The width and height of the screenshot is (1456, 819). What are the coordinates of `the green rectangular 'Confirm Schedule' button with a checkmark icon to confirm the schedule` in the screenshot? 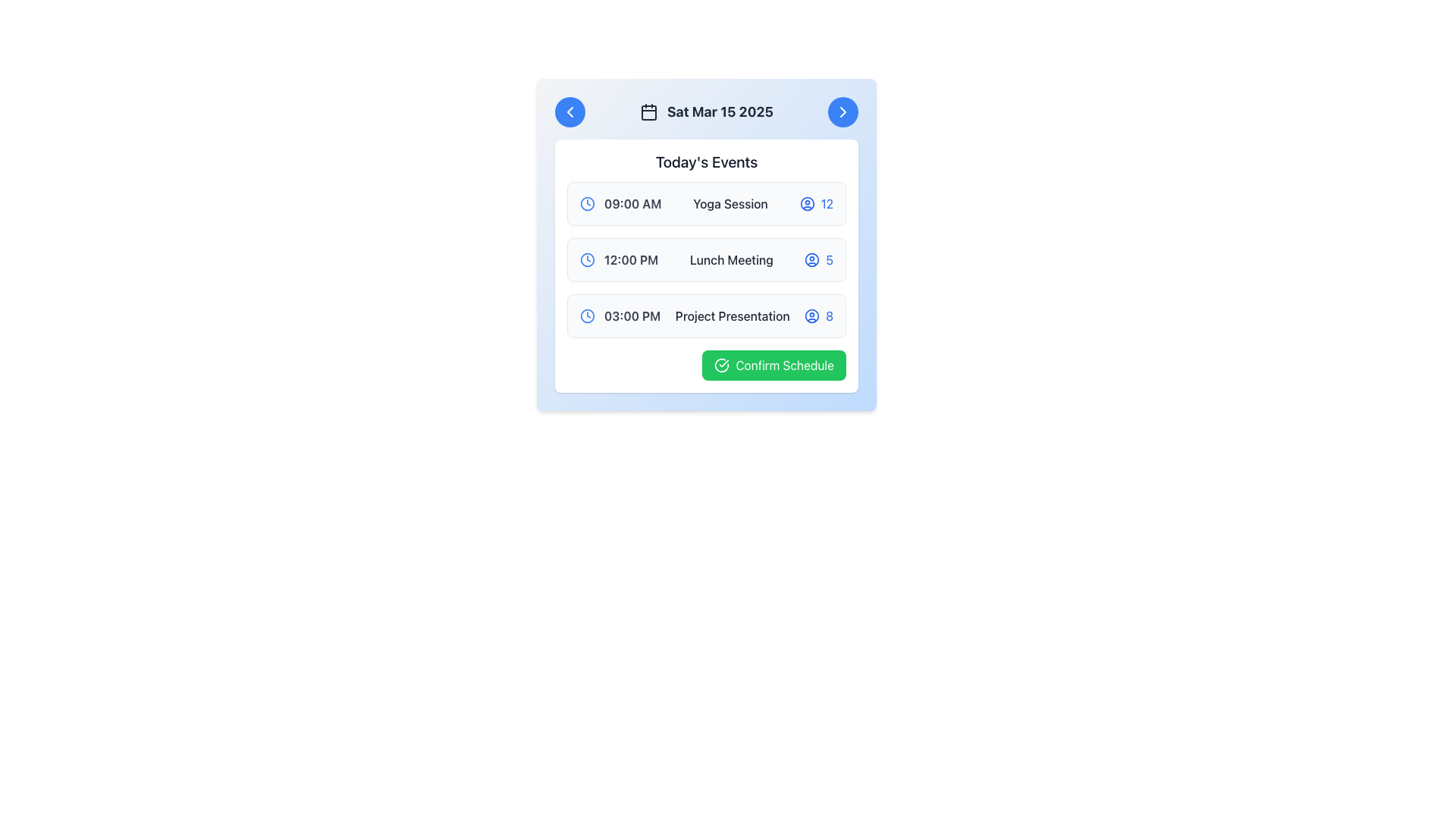 It's located at (705, 366).